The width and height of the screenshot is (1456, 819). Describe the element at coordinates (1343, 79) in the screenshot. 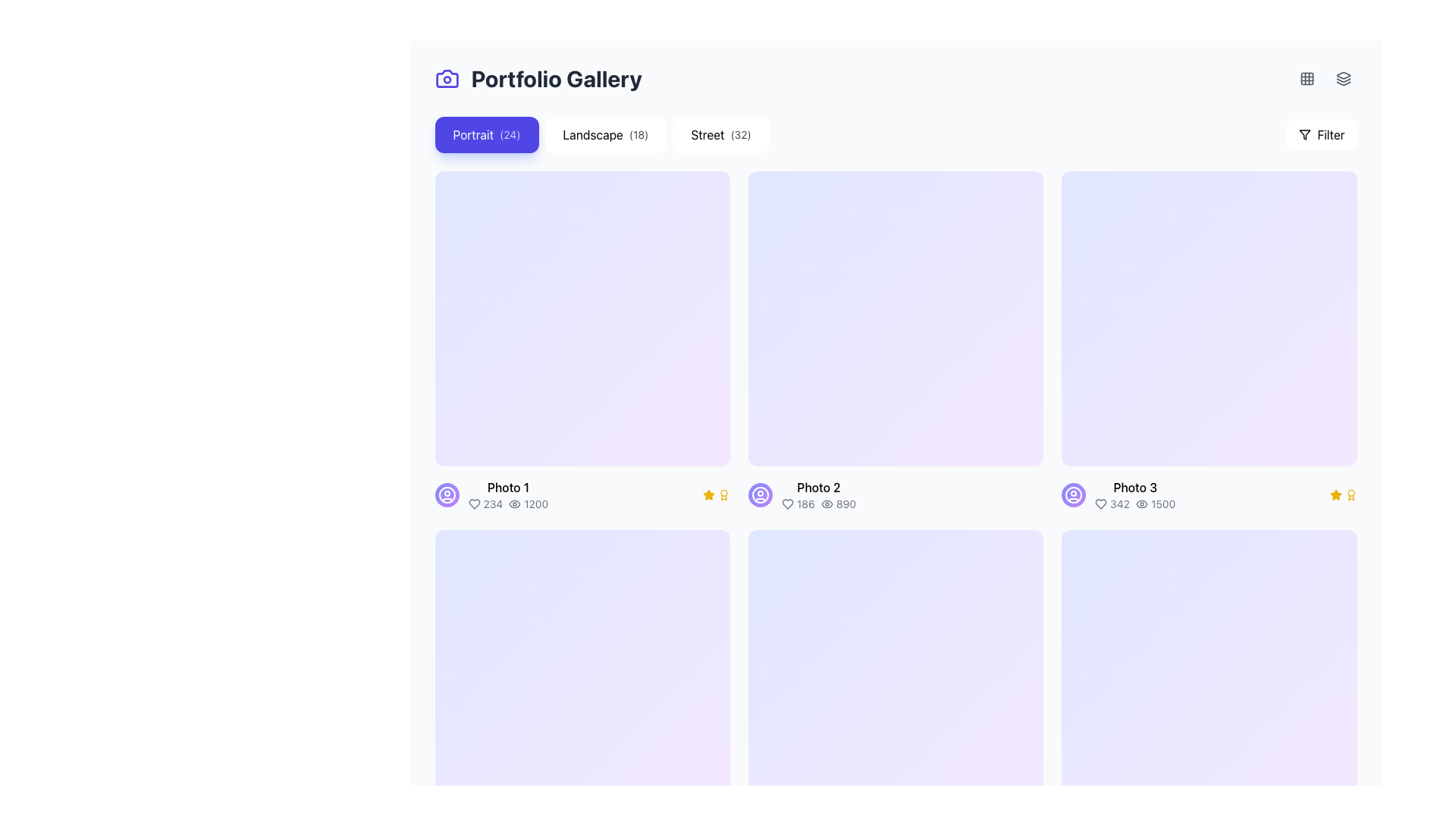

I see `the icon consisting of three stacked layers, rendered in solid lines, located at the top-right corner of the interface` at that location.